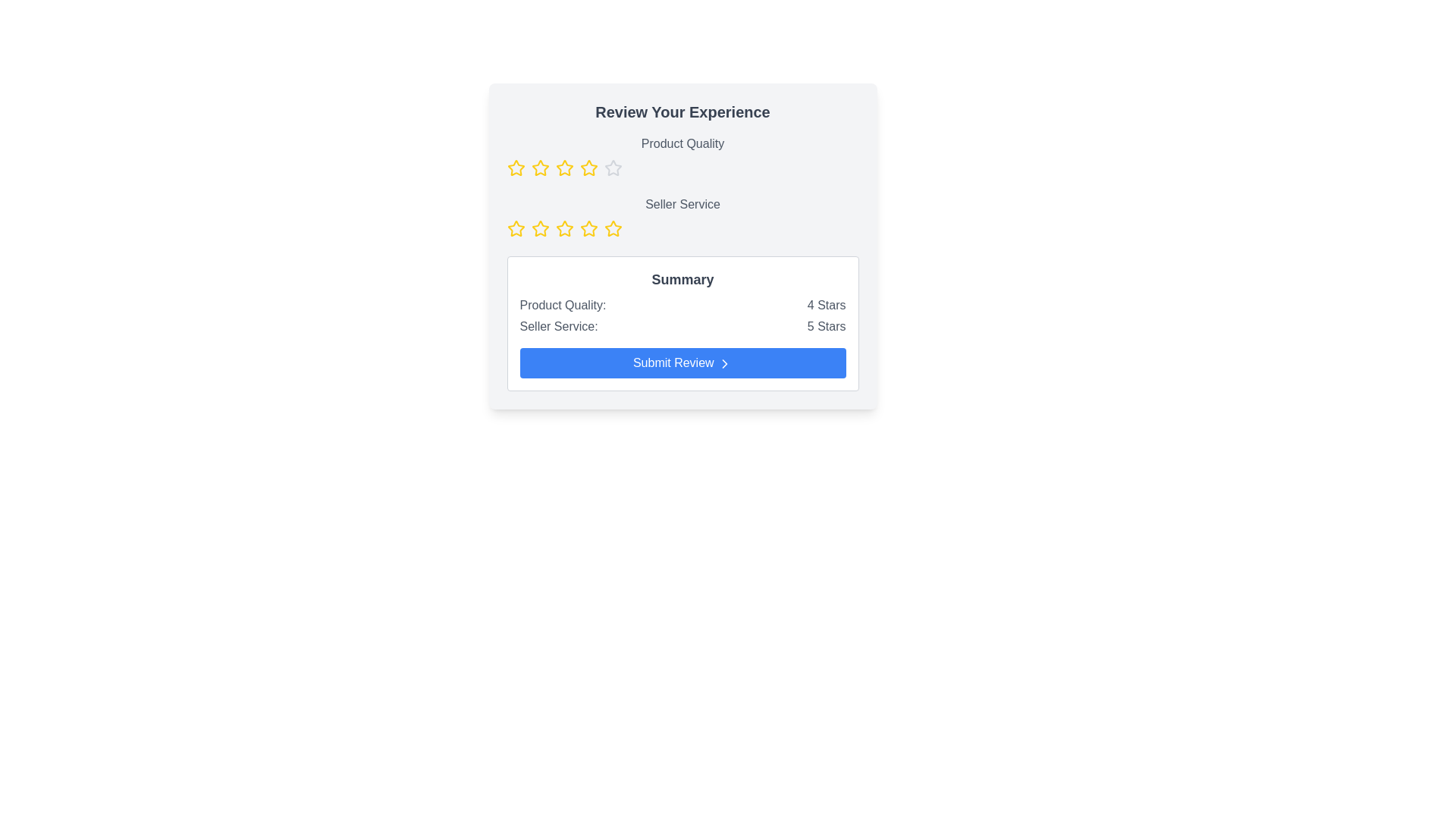 This screenshot has width=1456, height=819. What do you see at coordinates (562, 305) in the screenshot?
I see `the Text label that describes the star rating of the product quality, located in the top-left corner of the 'Summary' section` at bounding box center [562, 305].